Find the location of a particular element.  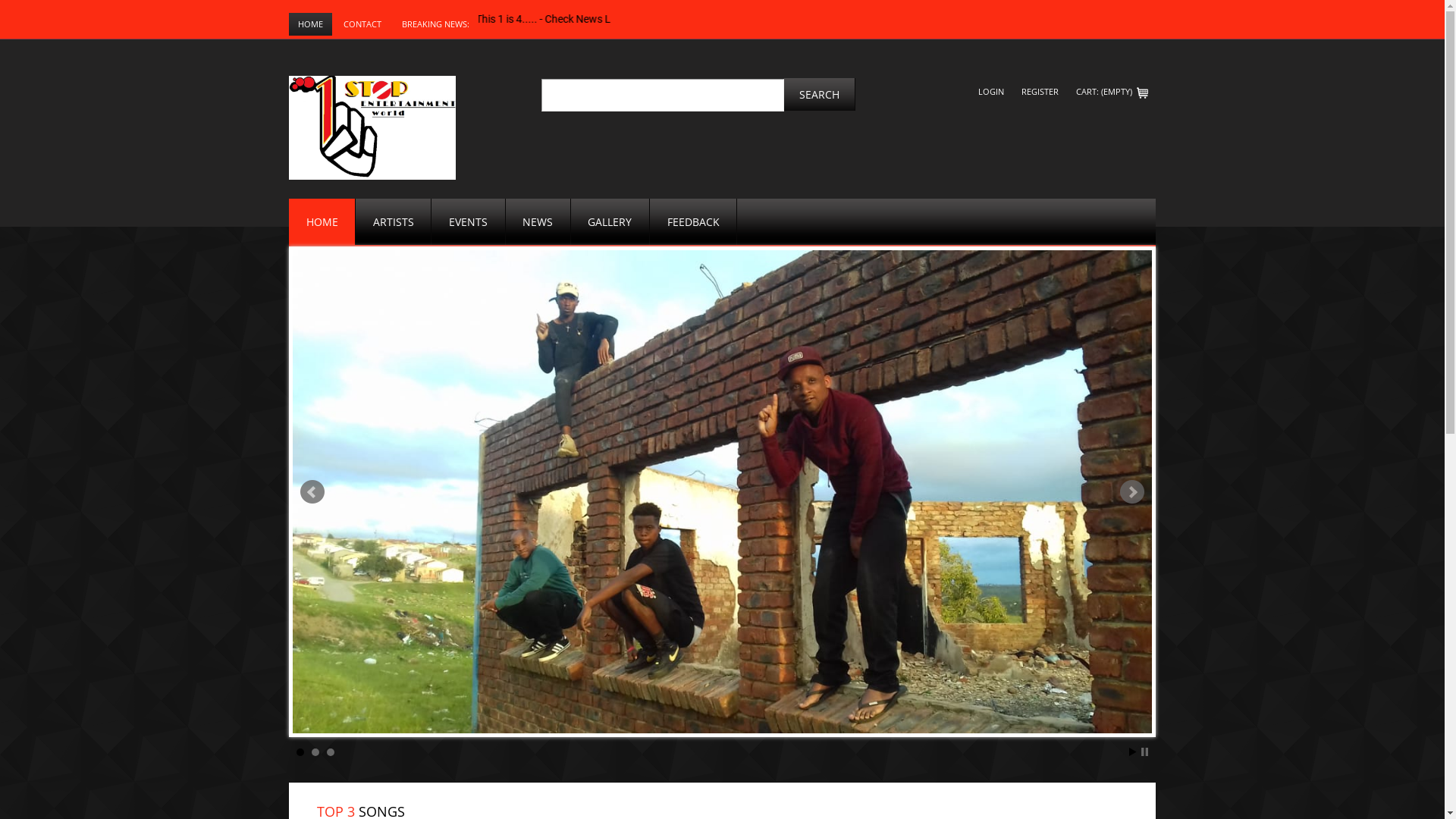

'EVENTS' is located at coordinates (431, 221).